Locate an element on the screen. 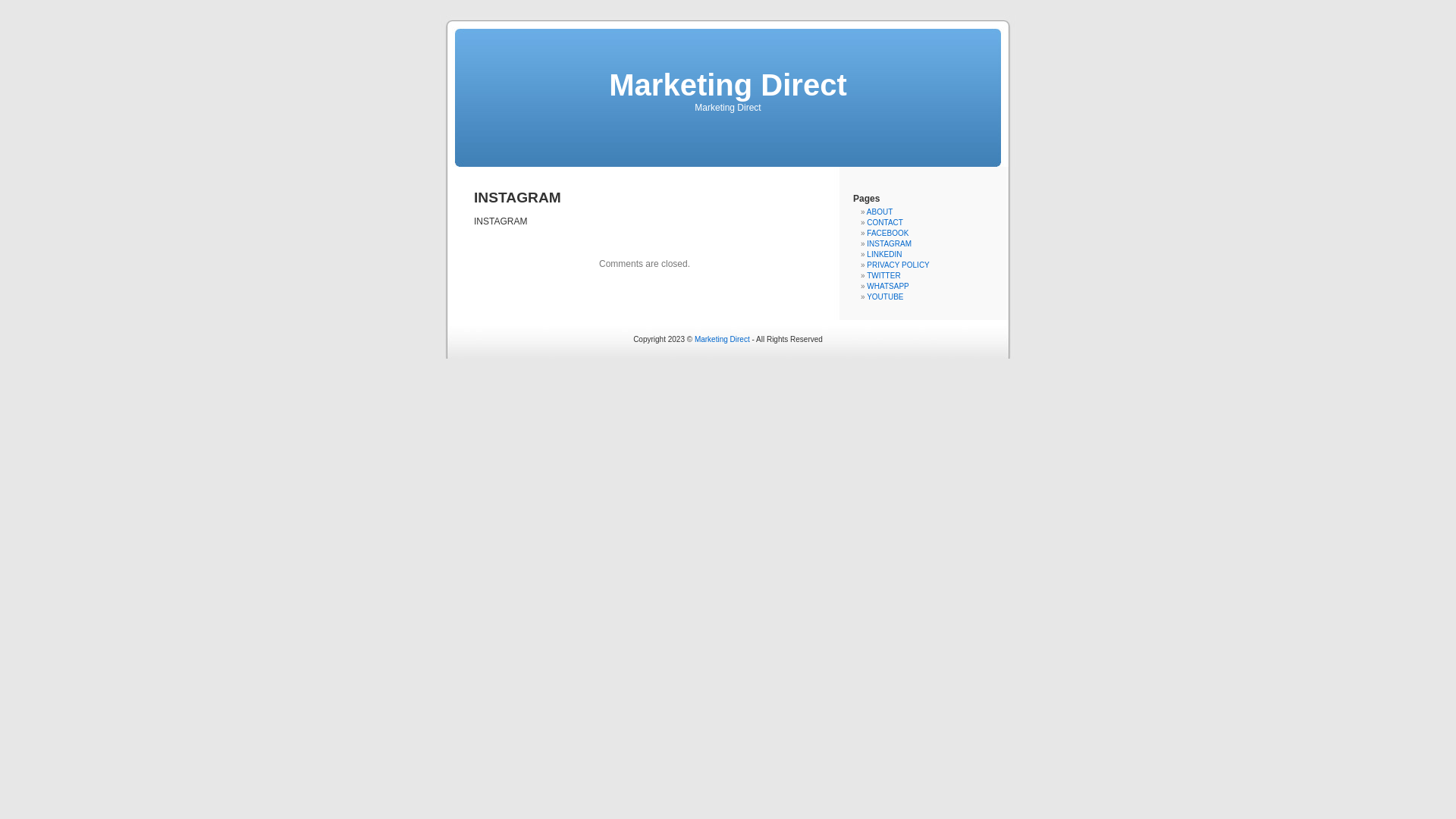  'INSTAGRAM' is located at coordinates (866, 243).